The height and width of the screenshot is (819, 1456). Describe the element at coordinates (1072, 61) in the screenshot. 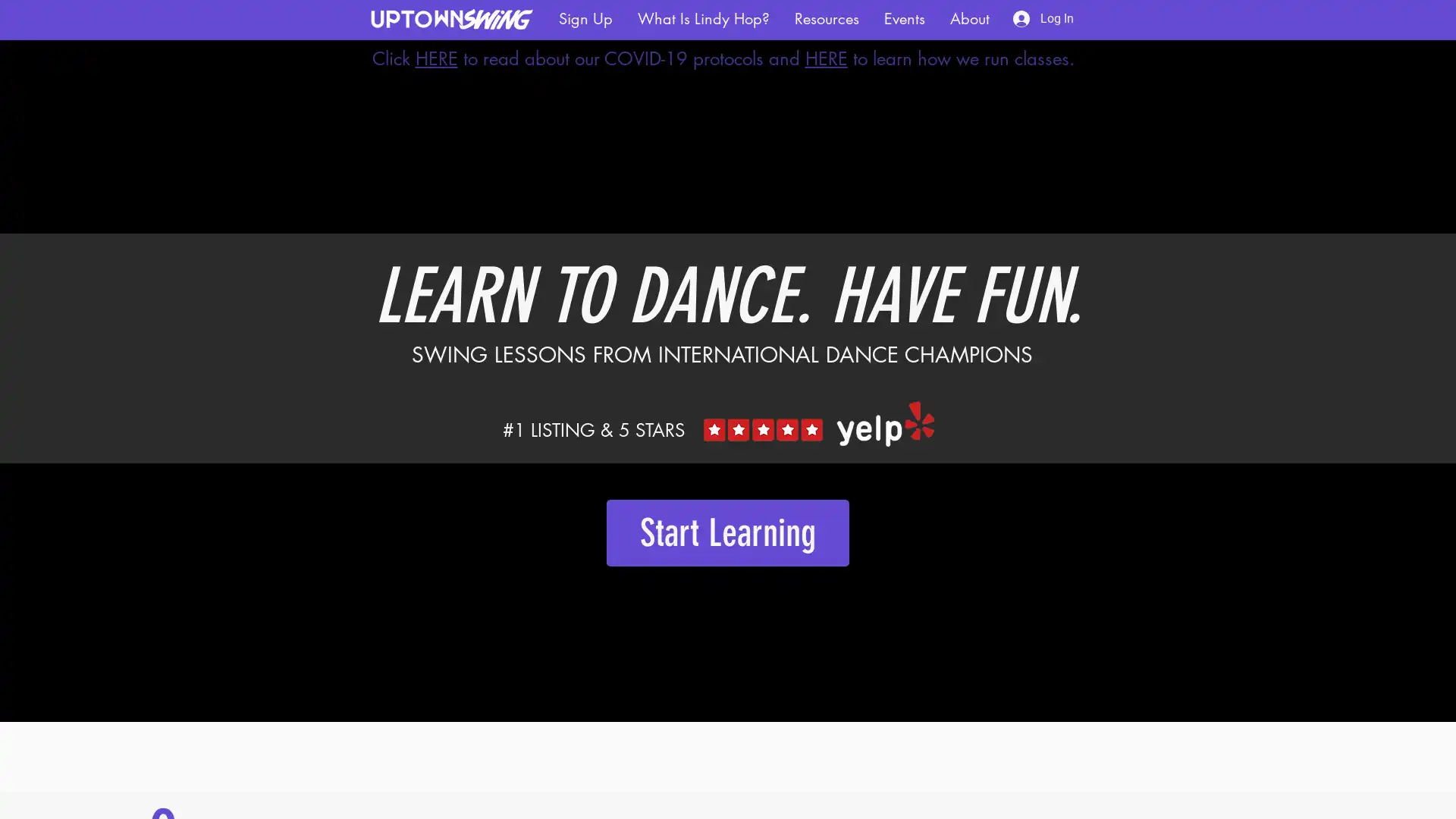

I see `Back to site` at that location.